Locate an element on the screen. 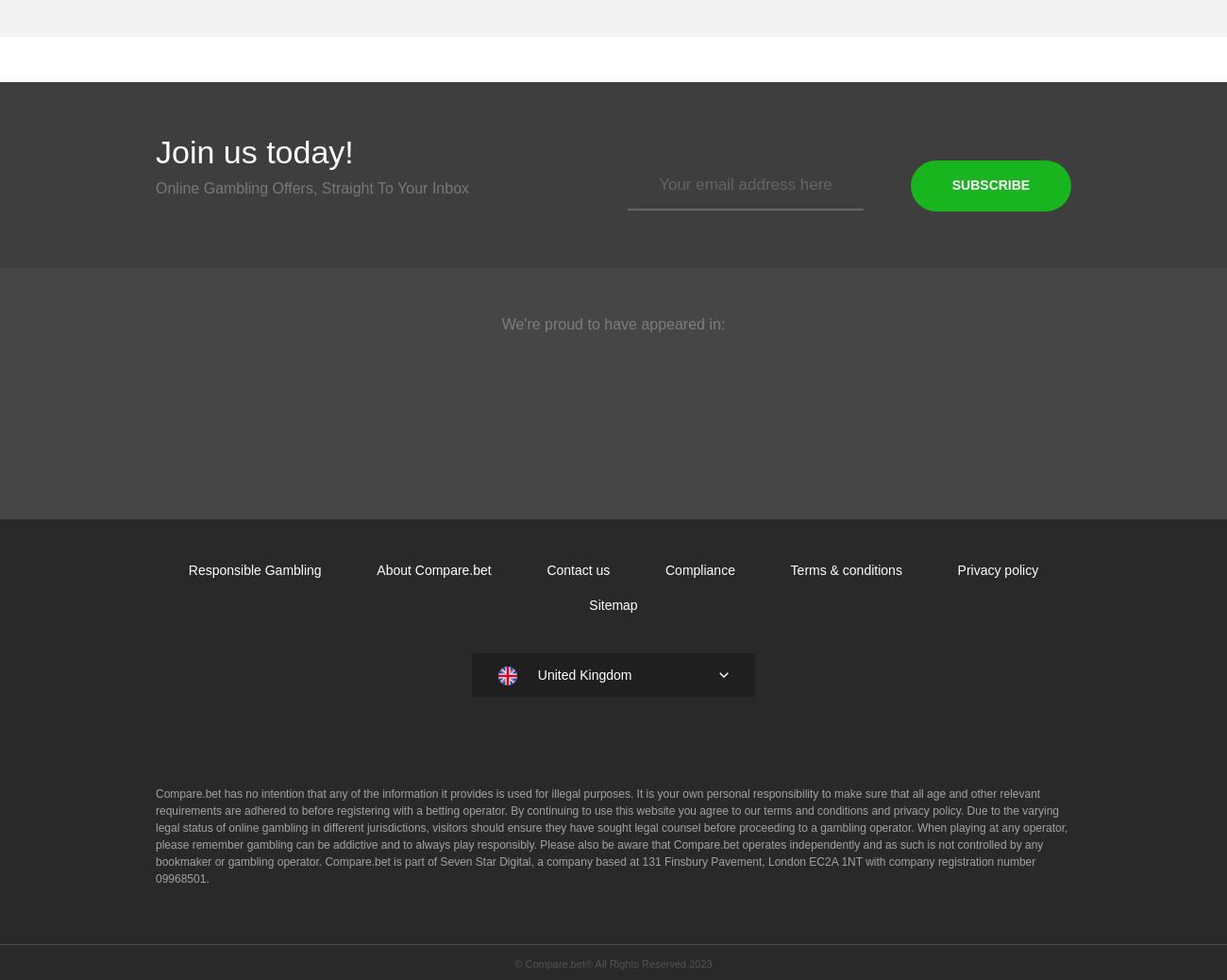 The width and height of the screenshot is (1227, 980). 'Responsible Gambling' is located at coordinates (188, 569).